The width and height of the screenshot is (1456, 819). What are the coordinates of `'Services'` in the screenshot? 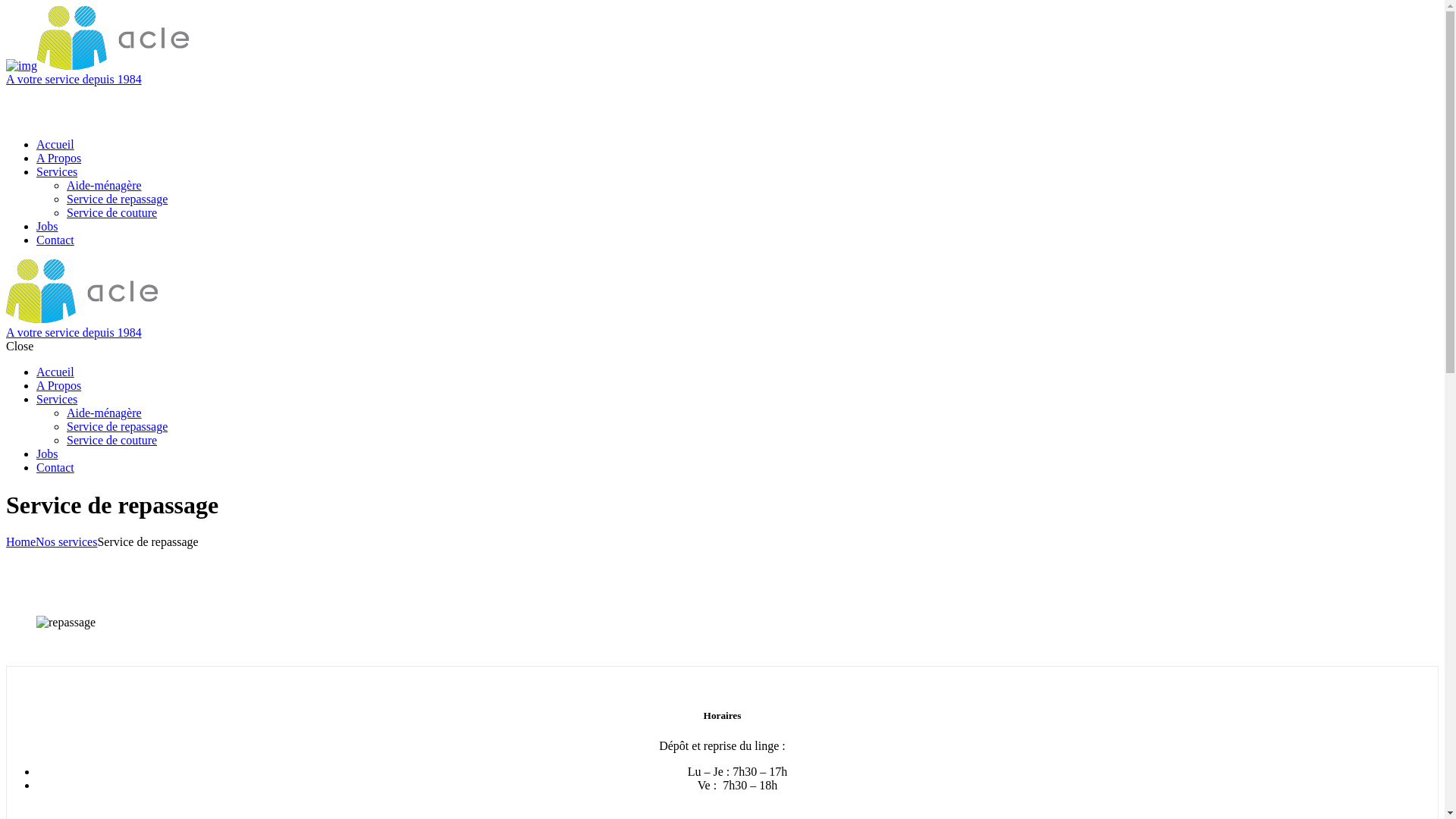 It's located at (57, 398).